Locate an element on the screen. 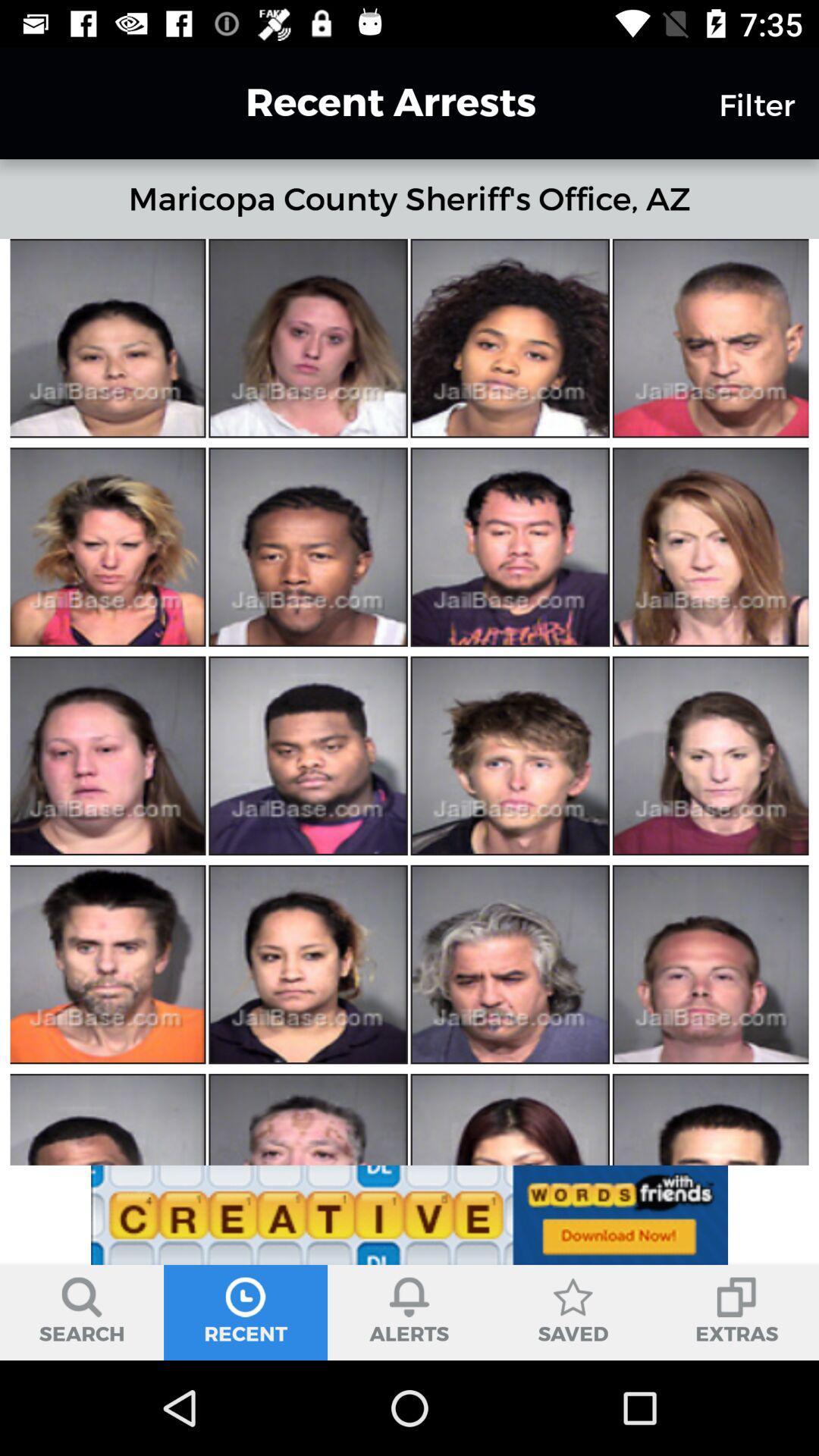 The height and width of the screenshot is (1456, 819). item above the maricopa county sheriff item is located at coordinates (363, 102).